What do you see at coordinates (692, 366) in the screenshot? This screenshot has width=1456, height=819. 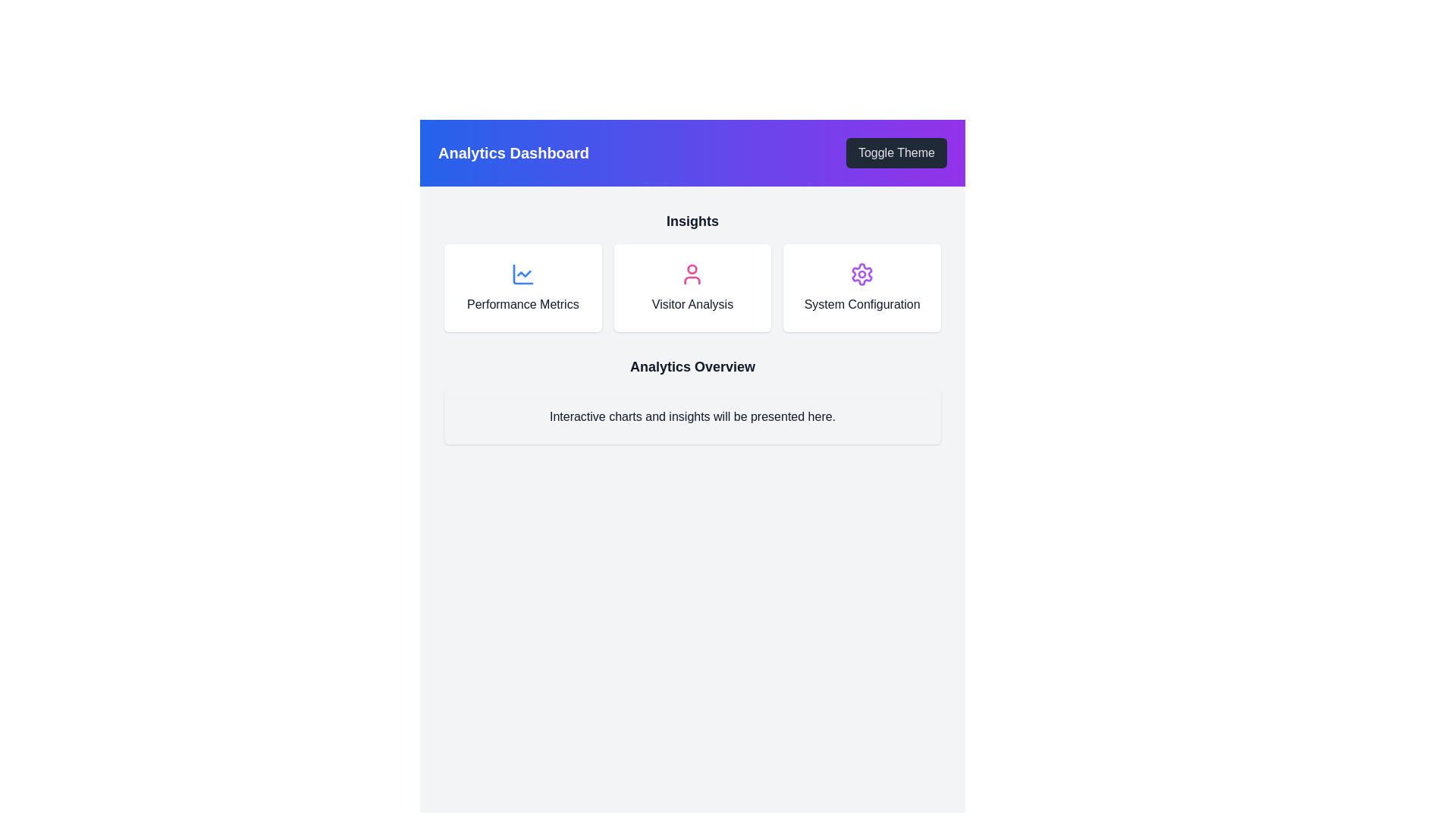 I see `text label positioned centrally beneath the cards labeled 'Performance Metrics,' 'Visitor Analysis,' and 'System Configuration' in the 'Insights' section, which introduces the content or purpose of the section` at bounding box center [692, 366].